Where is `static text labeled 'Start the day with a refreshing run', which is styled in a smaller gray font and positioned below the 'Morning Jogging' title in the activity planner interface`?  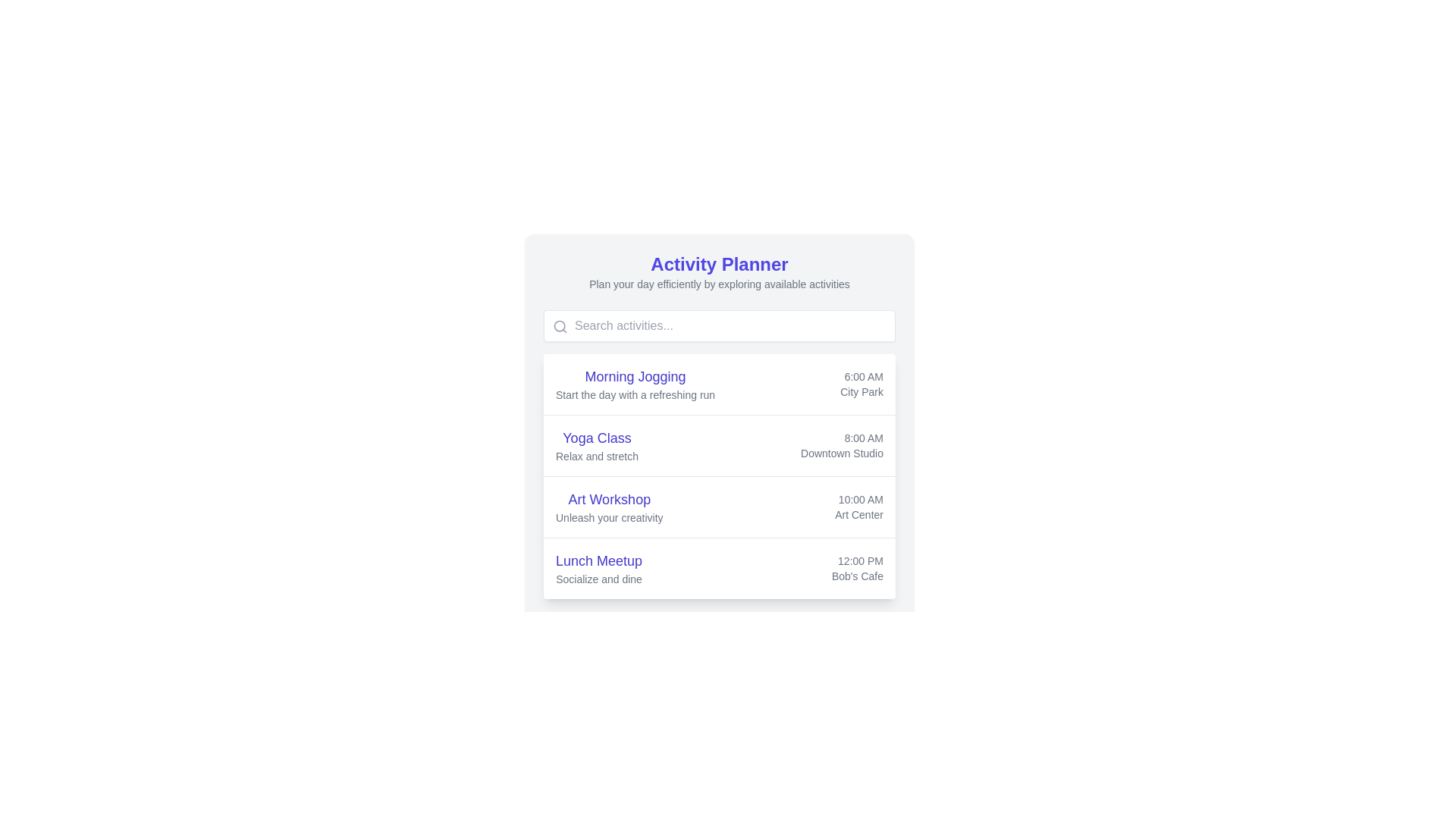
static text labeled 'Start the day with a refreshing run', which is styled in a smaller gray font and positioned below the 'Morning Jogging' title in the activity planner interface is located at coordinates (635, 394).